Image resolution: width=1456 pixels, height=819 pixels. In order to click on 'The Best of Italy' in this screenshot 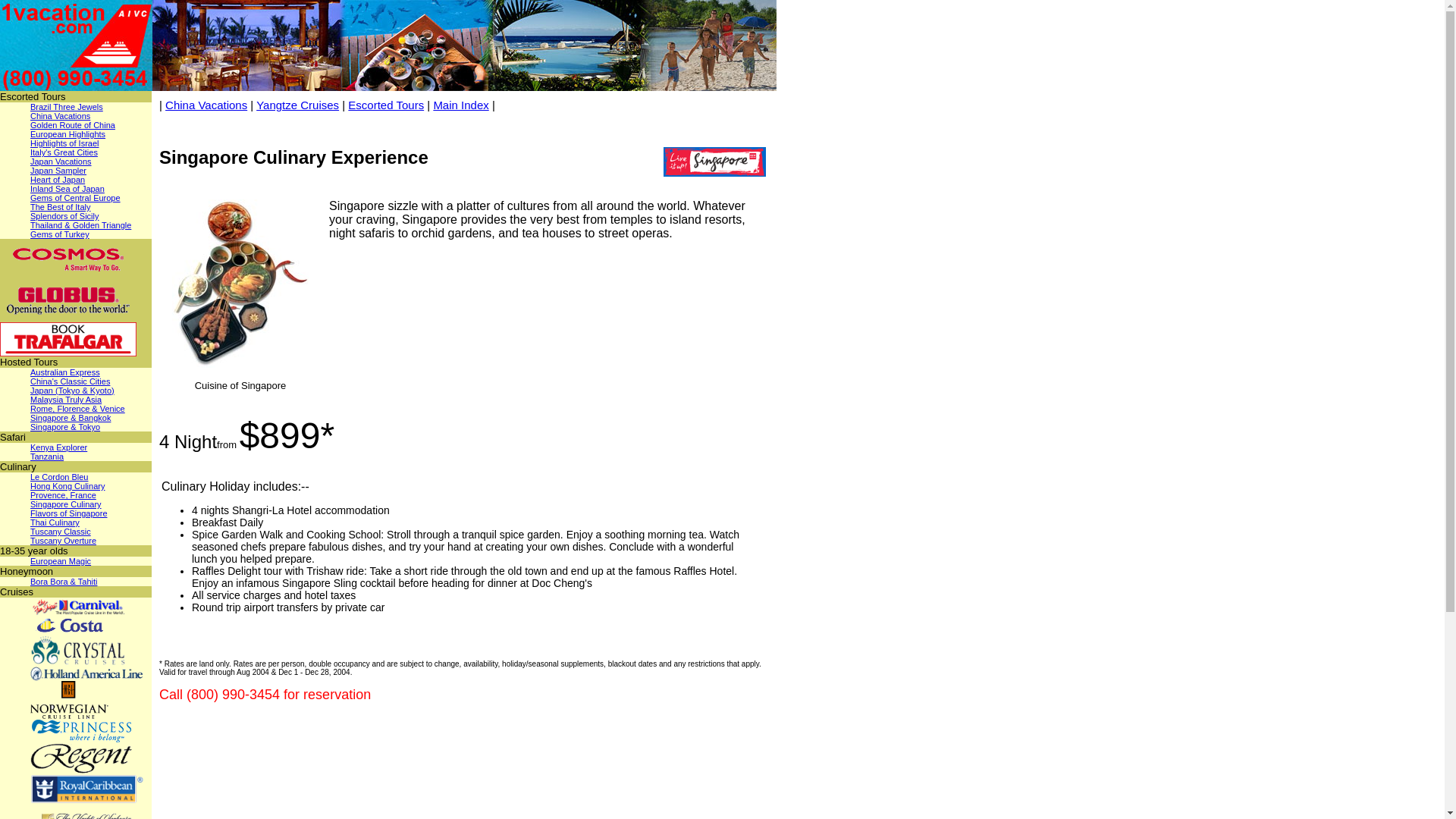, I will do `click(60, 207)`.